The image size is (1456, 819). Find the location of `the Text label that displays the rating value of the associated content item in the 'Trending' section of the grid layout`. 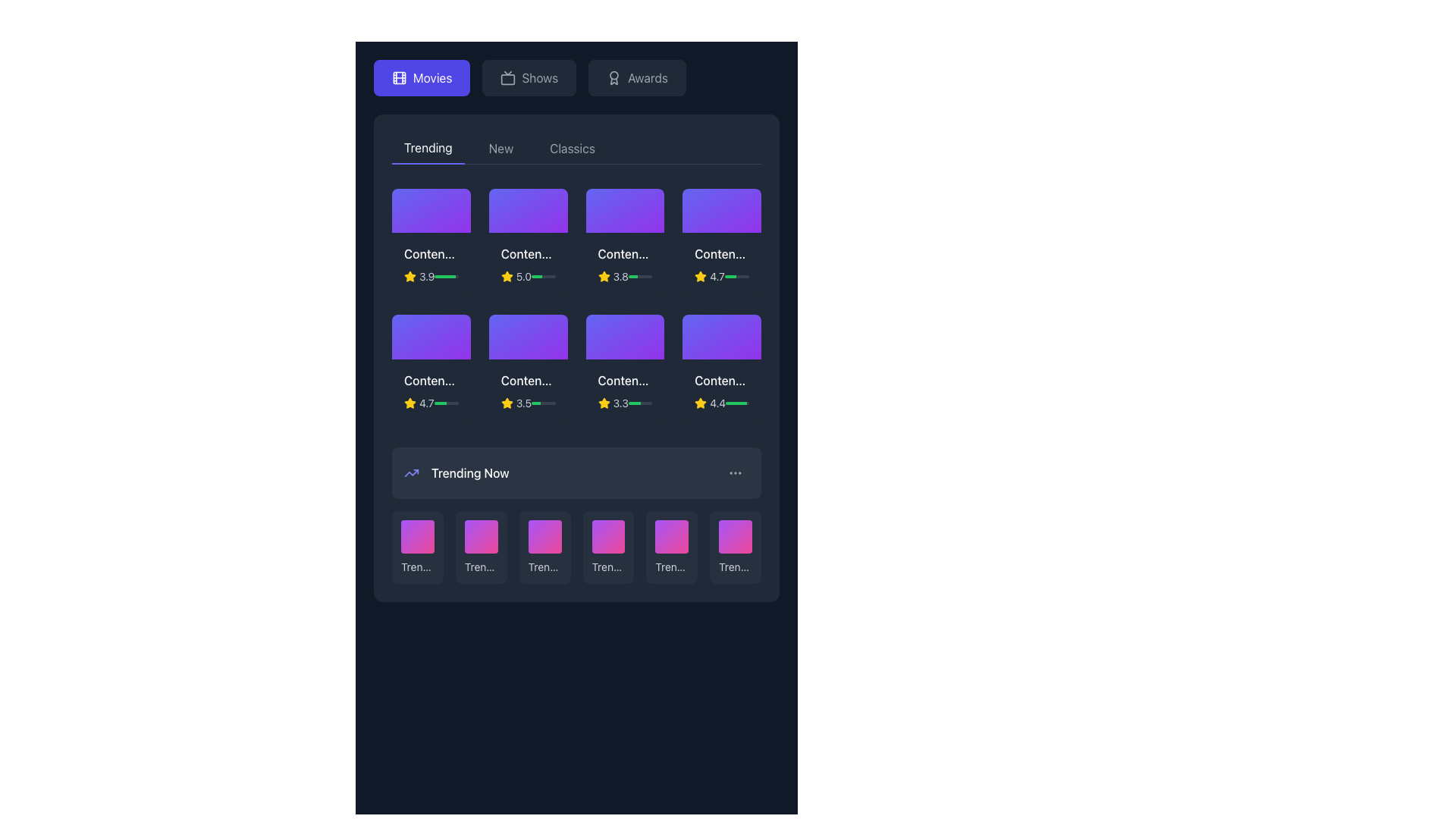

the Text label that displays the rating value of the associated content item in the 'Trending' section of the grid layout is located at coordinates (419, 402).